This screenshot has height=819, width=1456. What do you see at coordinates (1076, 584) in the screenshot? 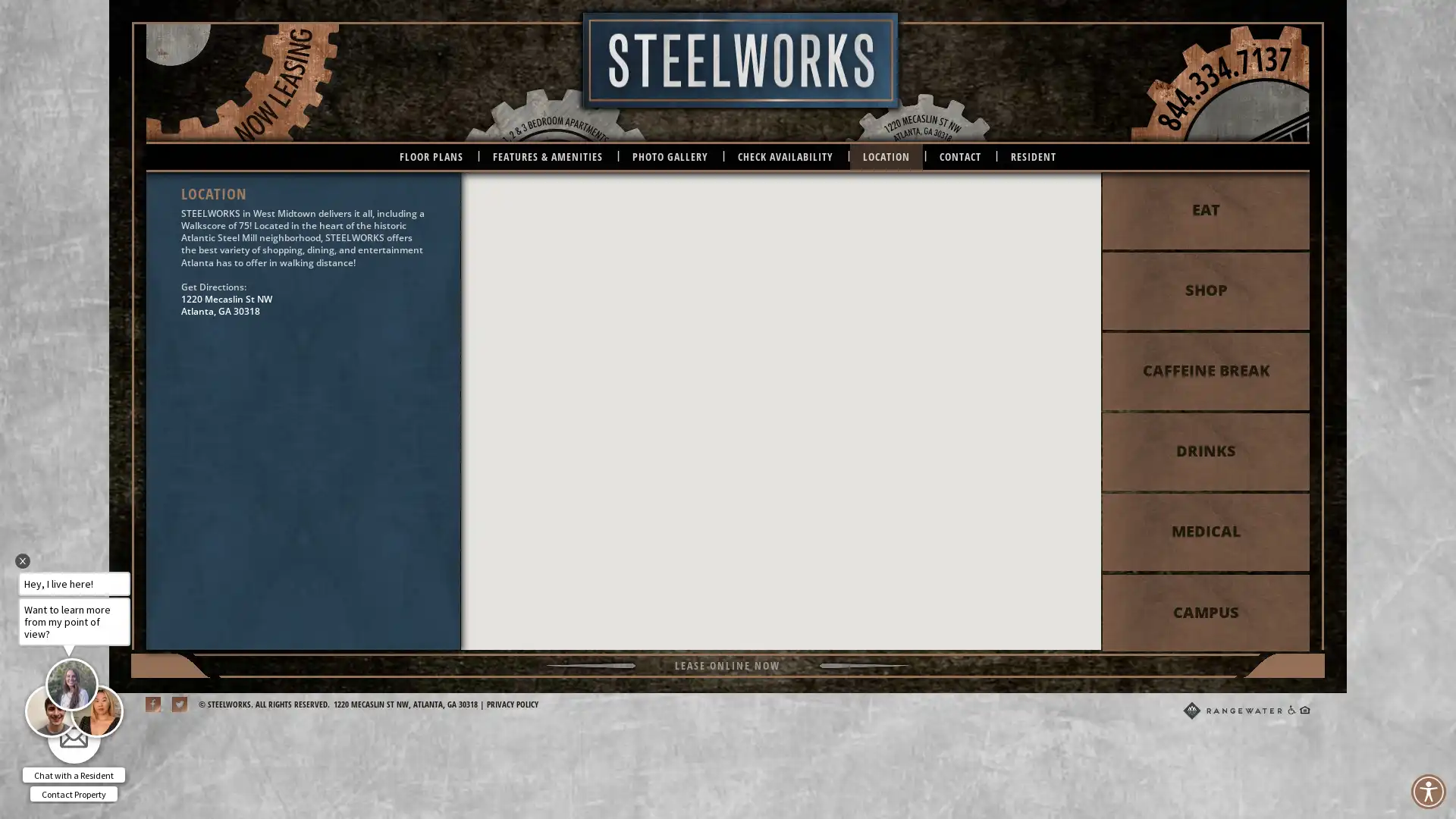
I see `Zoom in` at bounding box center [1076, 584].